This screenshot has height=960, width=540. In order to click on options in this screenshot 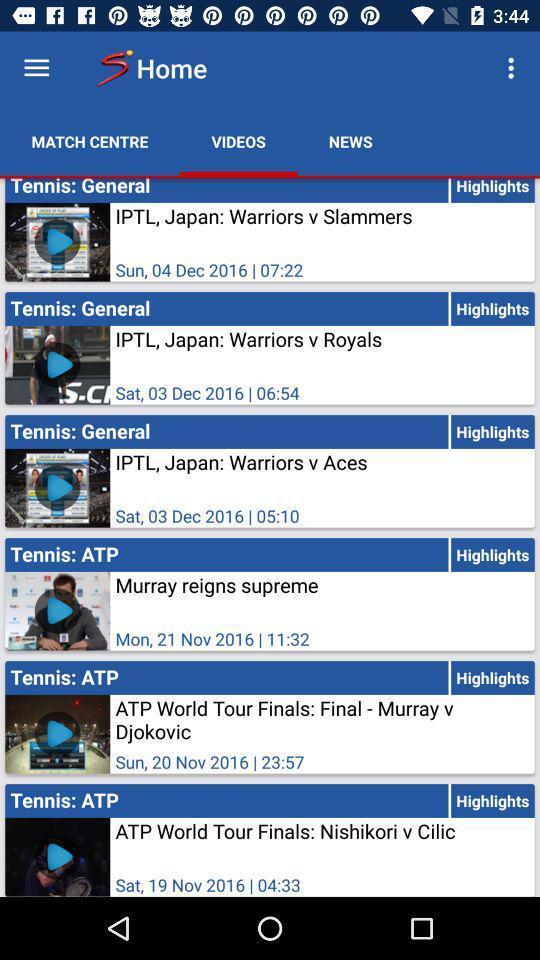, I will do `click(36, 68)`.